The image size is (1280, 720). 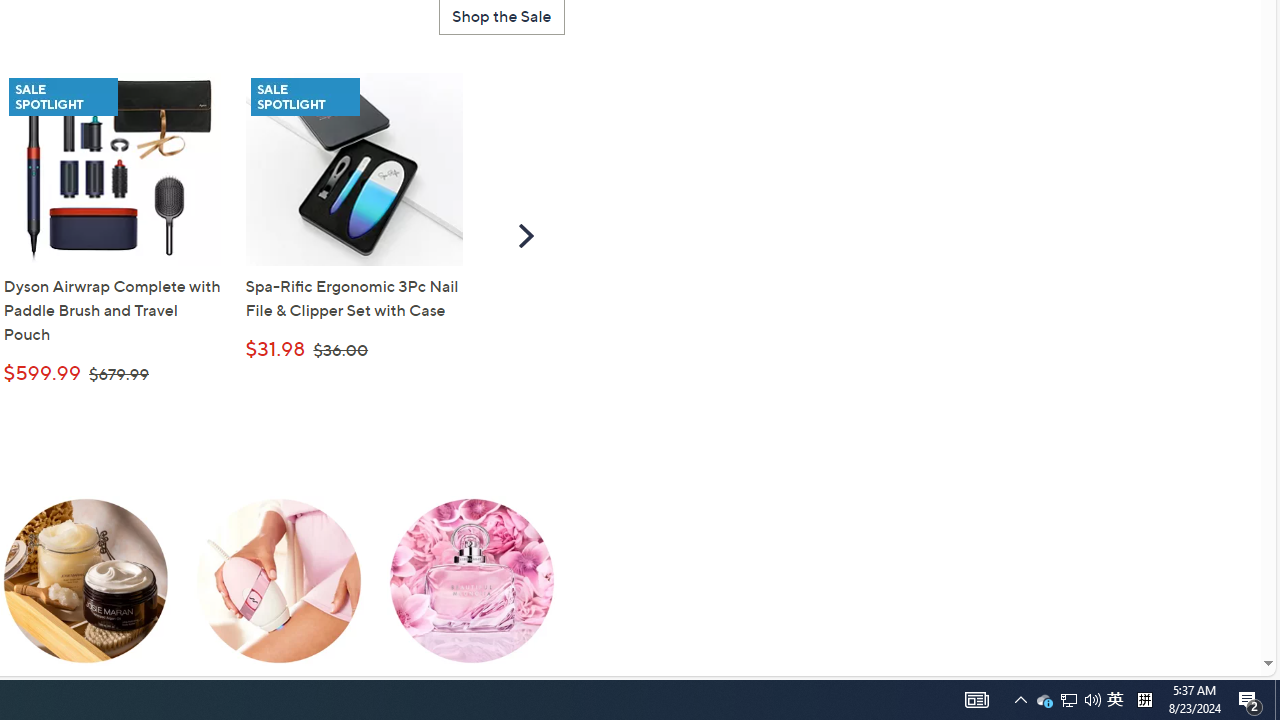 What do you see at coordinates (470, 595) in the screenshot?
I see `'Fragrance'` at bounding box center [470, 595].